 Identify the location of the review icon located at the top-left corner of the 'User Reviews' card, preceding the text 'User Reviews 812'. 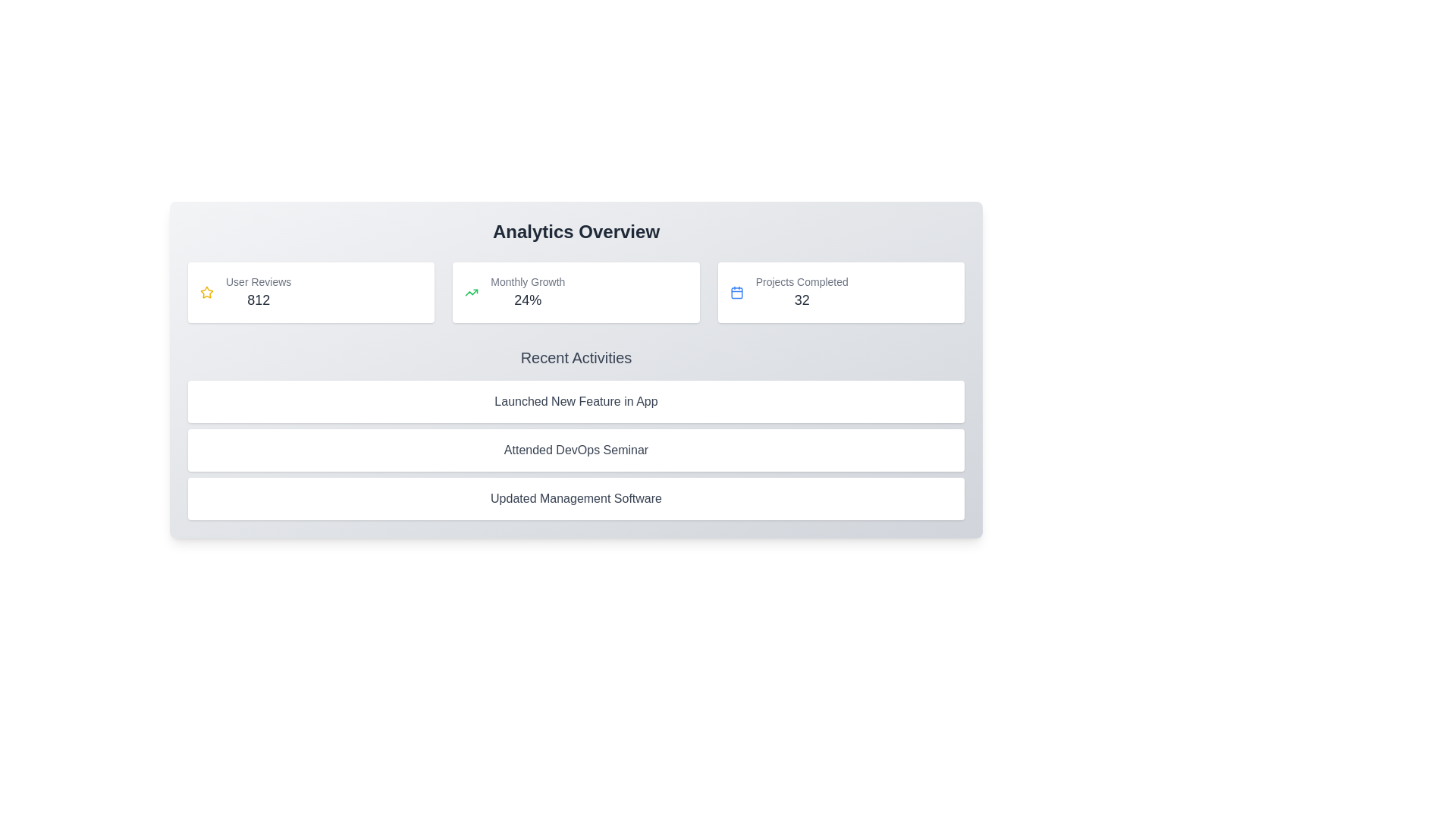
(206, 292).